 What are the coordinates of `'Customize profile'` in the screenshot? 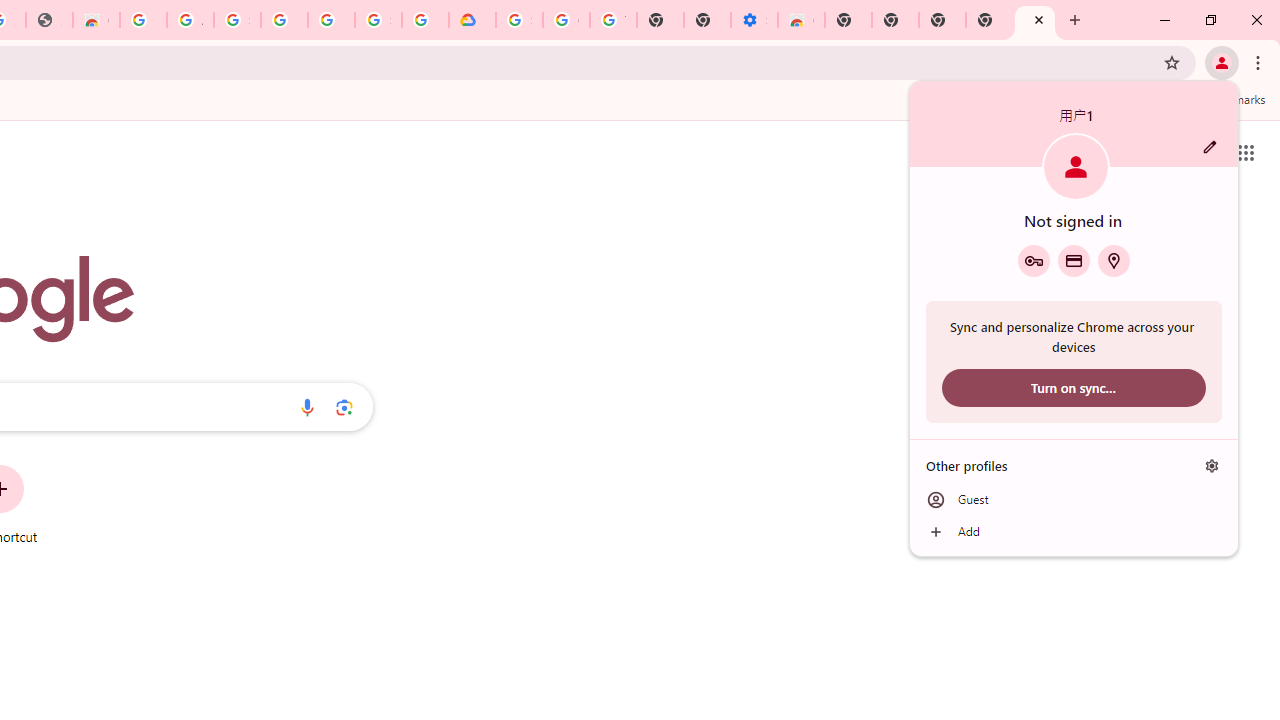 It's located at (1209, 146).